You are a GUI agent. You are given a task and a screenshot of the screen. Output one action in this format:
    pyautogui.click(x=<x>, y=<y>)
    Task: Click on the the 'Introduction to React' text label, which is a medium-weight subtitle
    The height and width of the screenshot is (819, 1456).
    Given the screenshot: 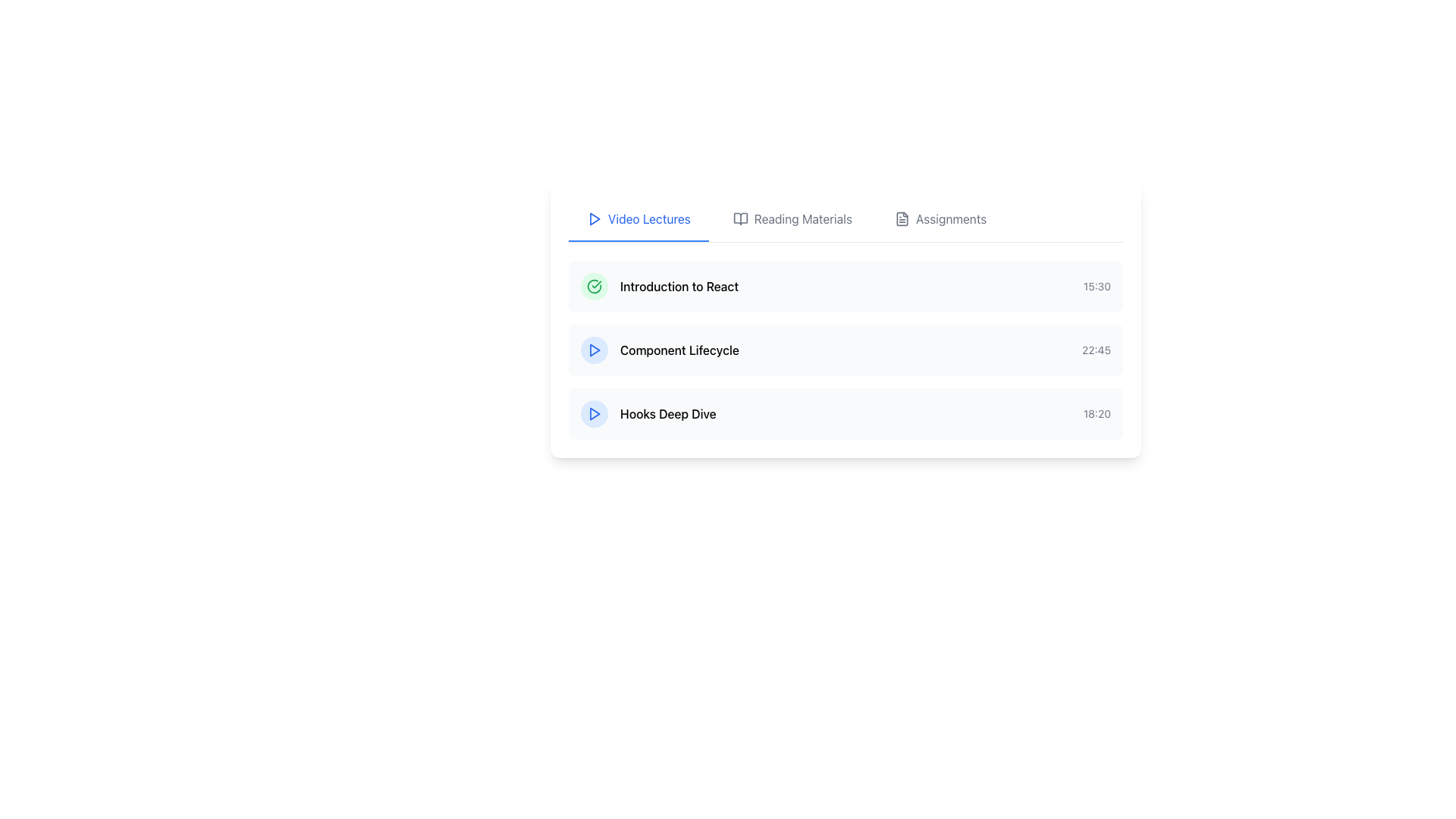 What is the action you would take?
    pyautogui.click(x=679, y=287)
    